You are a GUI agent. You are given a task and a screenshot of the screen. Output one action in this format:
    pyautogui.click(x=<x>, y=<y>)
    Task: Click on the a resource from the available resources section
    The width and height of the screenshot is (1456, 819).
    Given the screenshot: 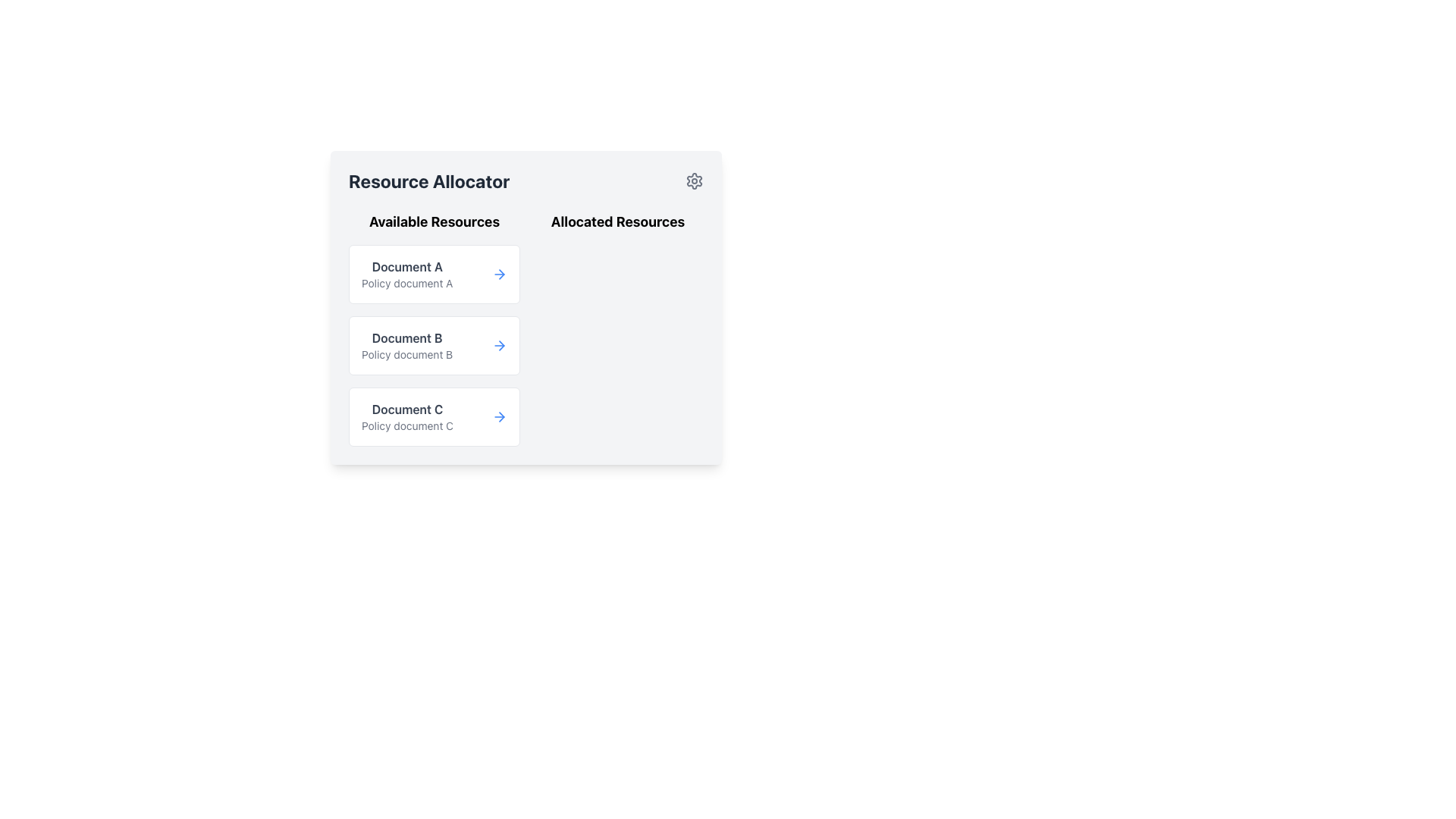 What is the action you would take?
    pyautogui.click(x=526, y=328)
    